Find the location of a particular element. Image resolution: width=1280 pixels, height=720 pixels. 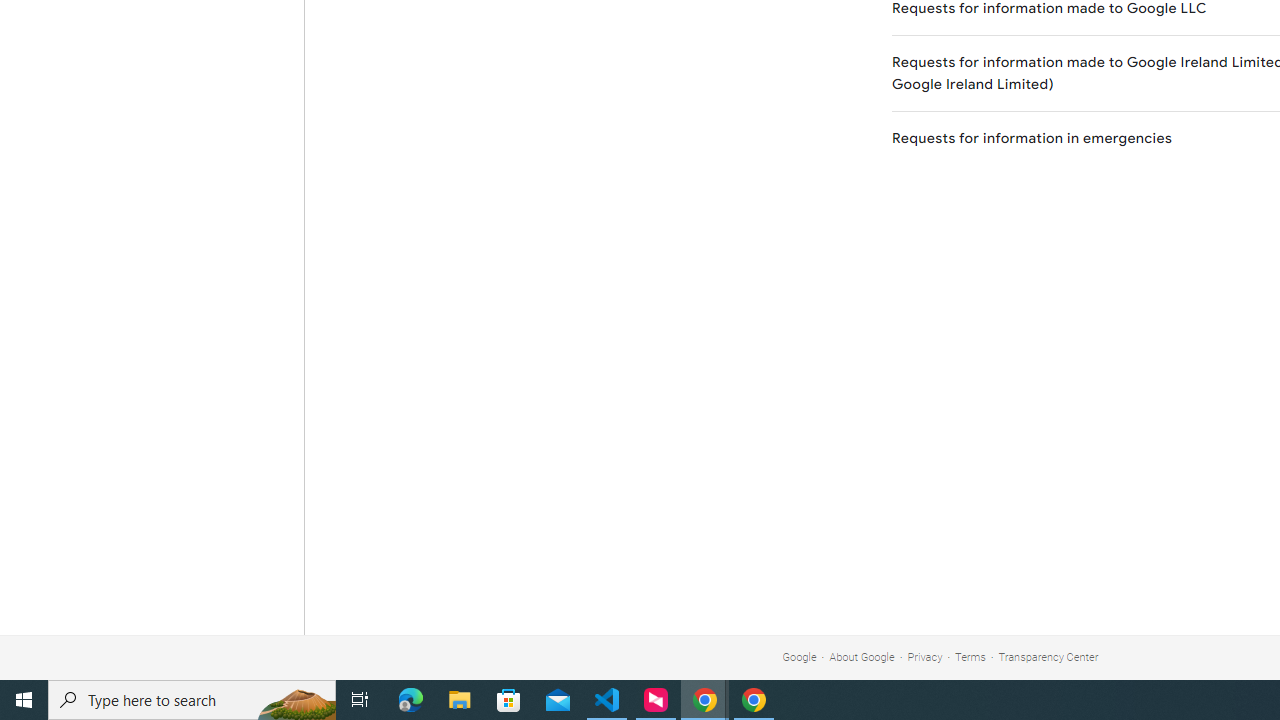

'Transparency Center' is located at coordinates (1047, 657).